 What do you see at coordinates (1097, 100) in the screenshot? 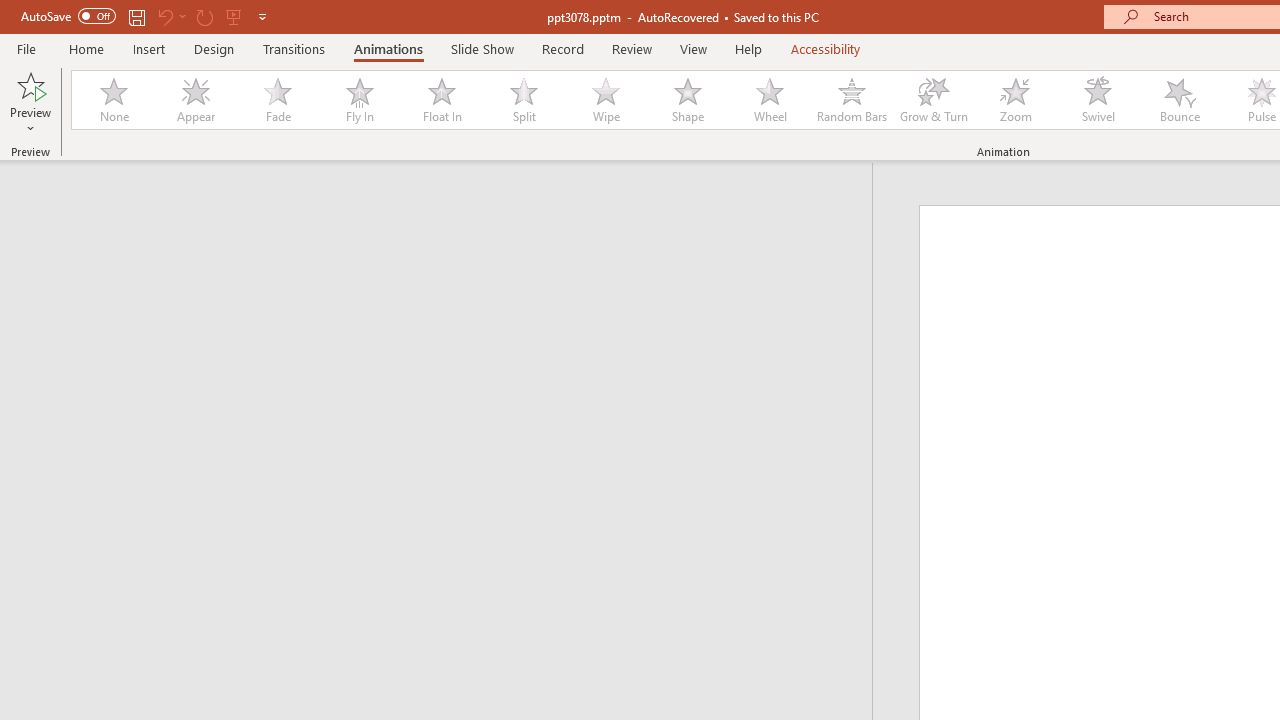
I see `'Swivel'` at bounding box center [1097, 100].